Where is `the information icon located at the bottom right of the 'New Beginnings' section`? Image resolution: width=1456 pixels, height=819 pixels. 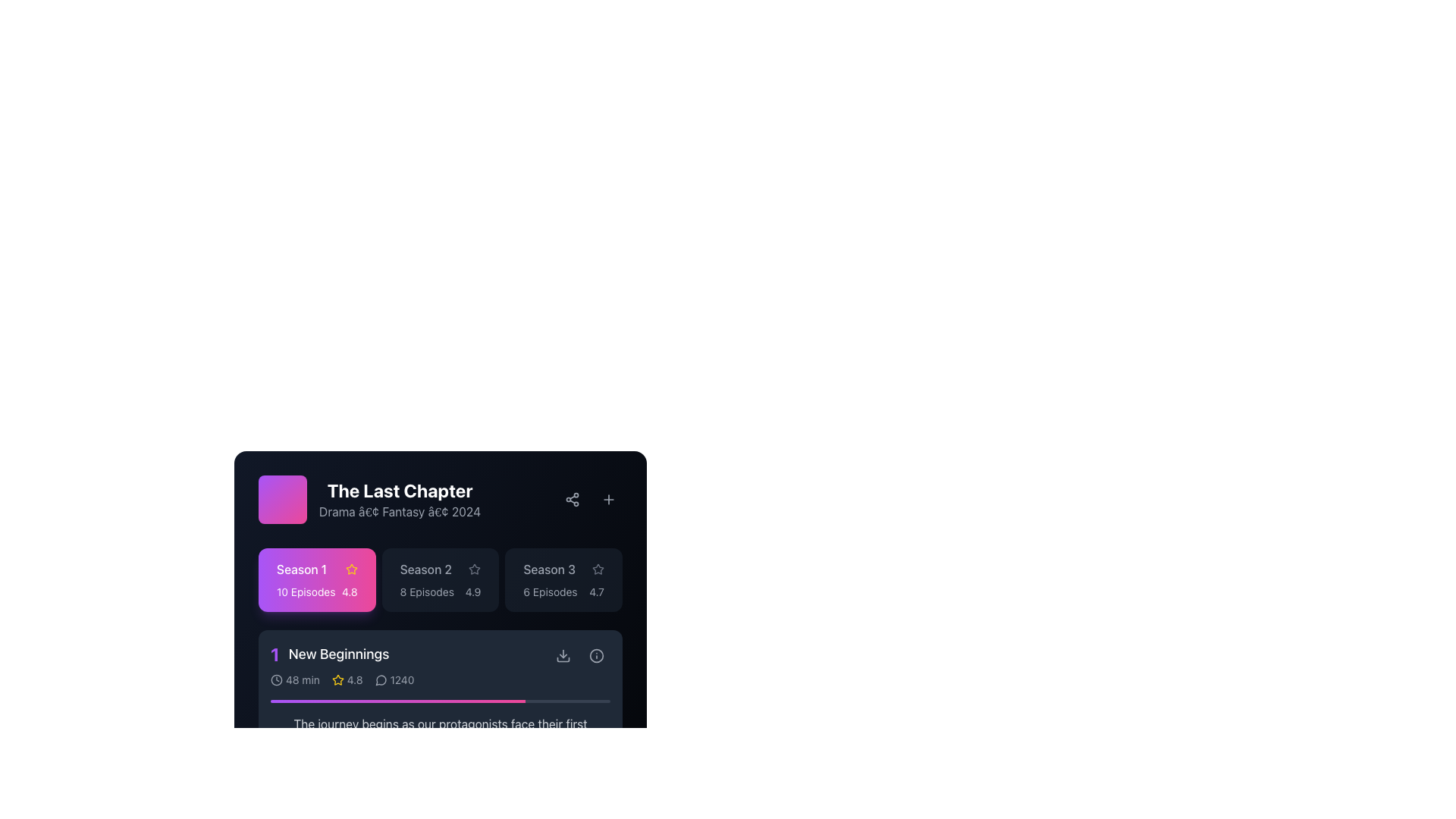 the information icon located at the bottom right of the 'New Beginnings' section is located at coordinates (596, 654).